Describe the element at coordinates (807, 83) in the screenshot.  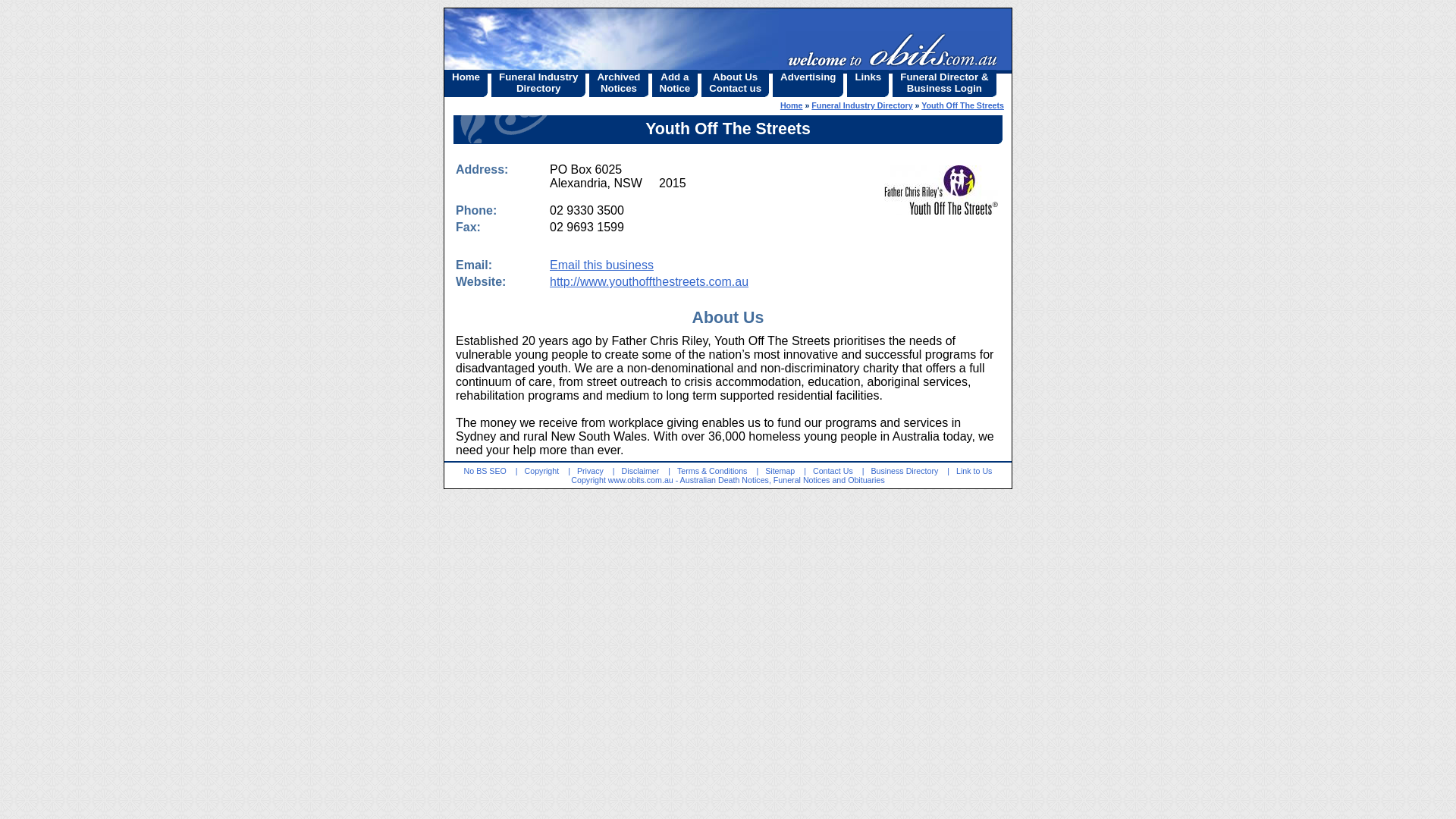
I see `'Advertising'` at that location.